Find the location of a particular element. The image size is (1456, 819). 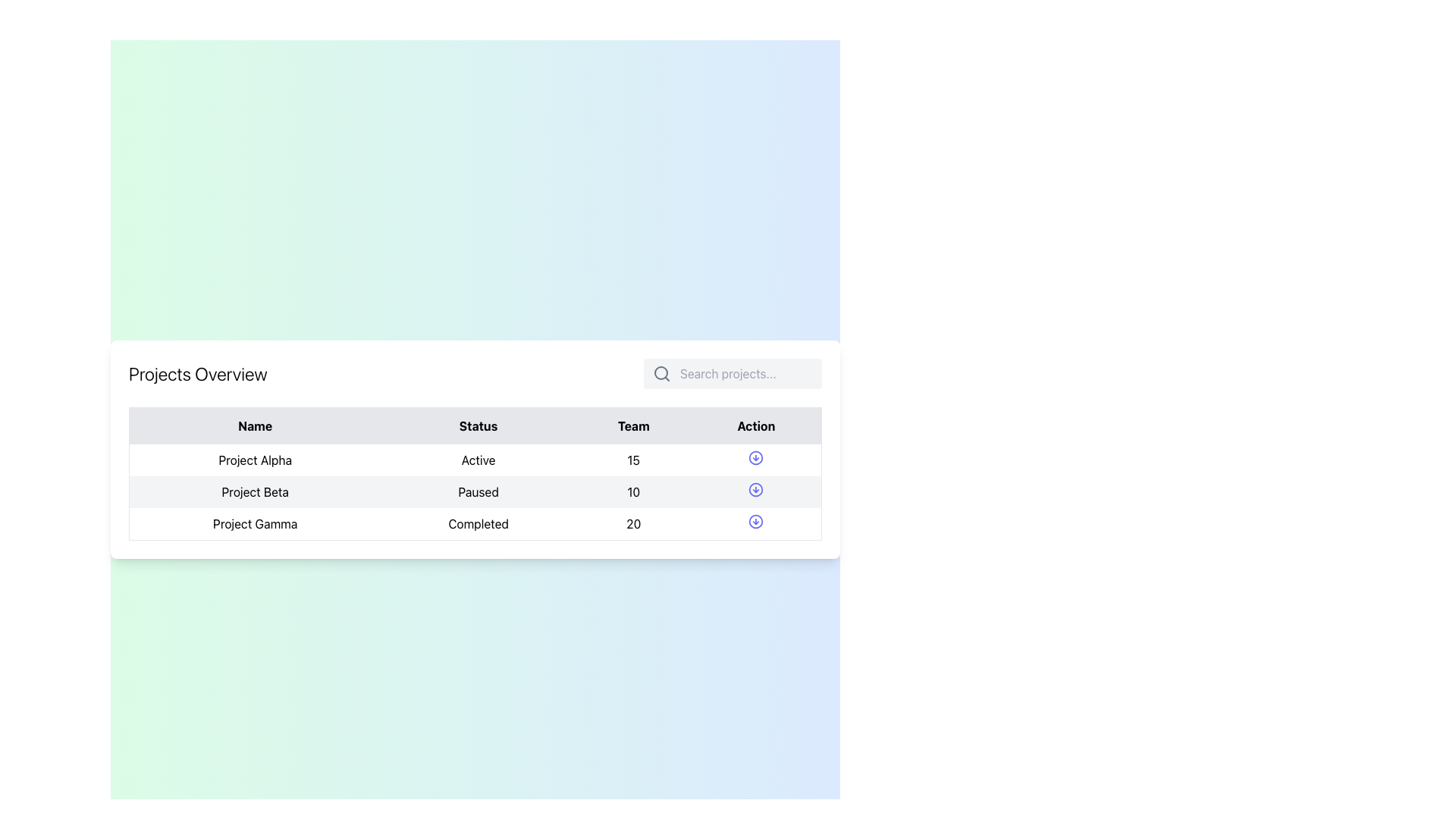

the search field with a rounded rectangle shape and a light gray background to focus on it for input is located at coordinates (733, 374).